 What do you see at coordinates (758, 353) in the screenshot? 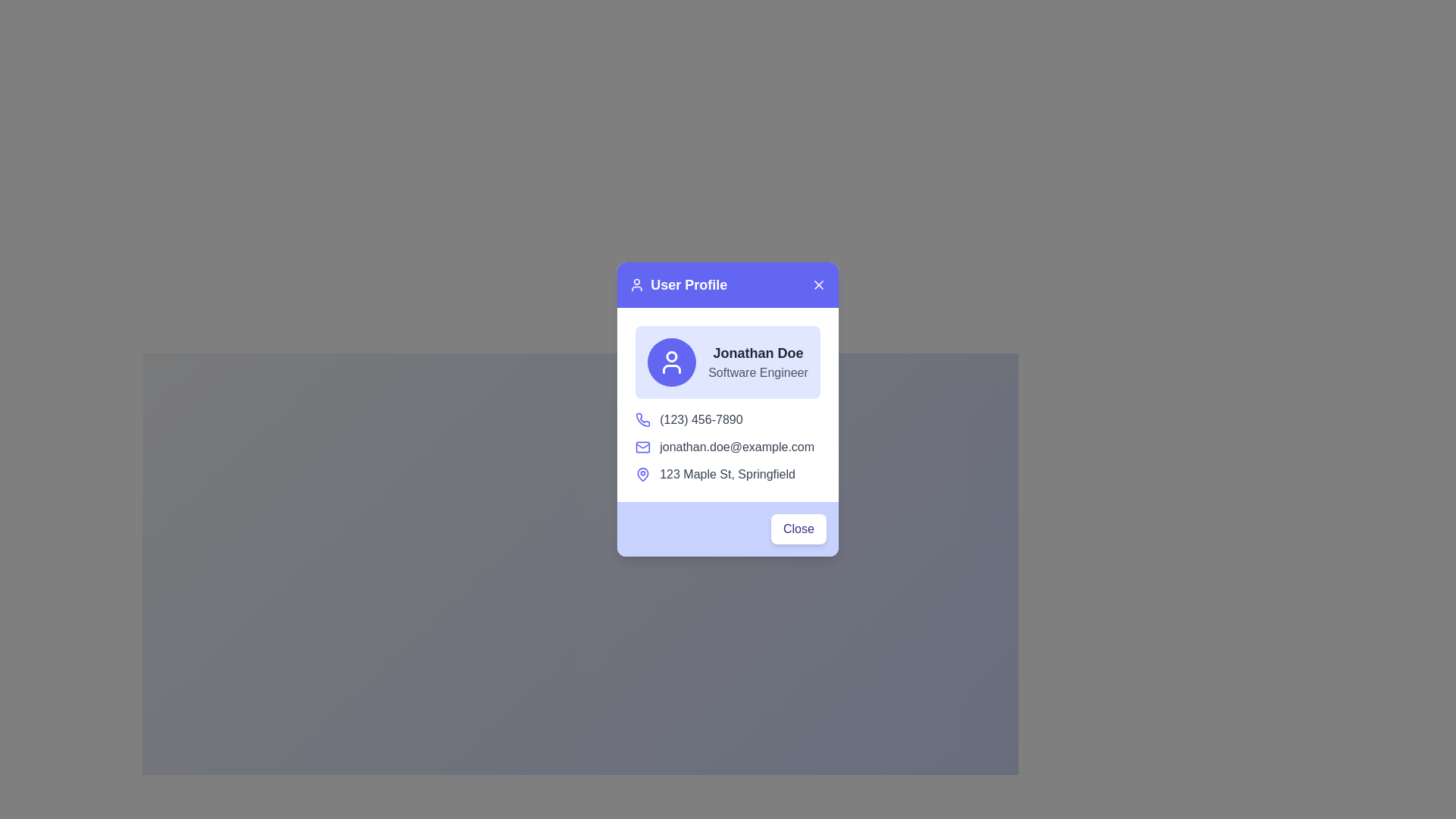
I see `the text label styled as a title representing 'Jonathan Doe' within the 'User Profile' modal dialog box` at bounding box center [758, 353].